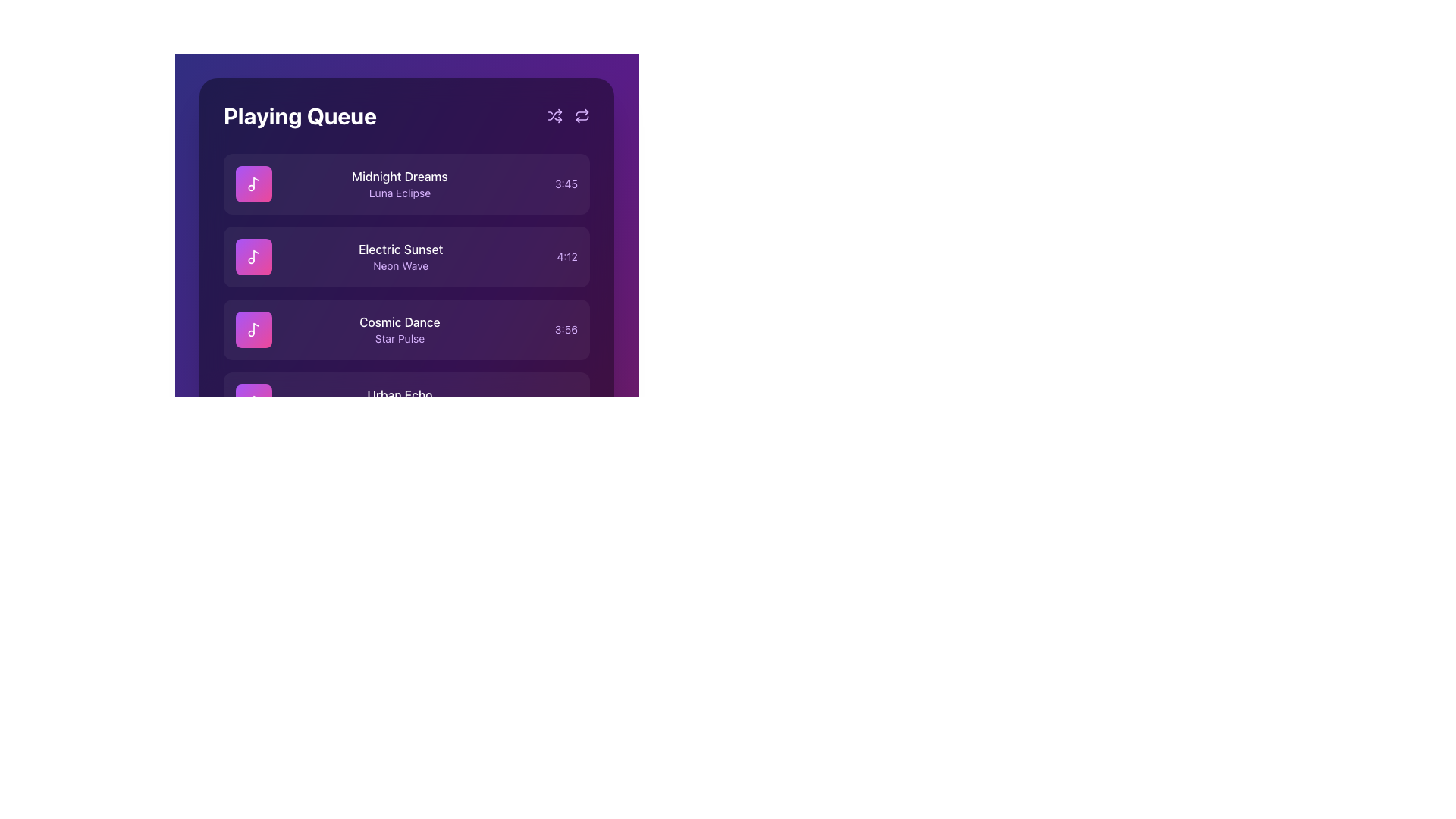 The width and height of the screenshot is (1456, 819). What do you see at coordinates (256, 255) in the screenshot?
I see `the music track associated with the icon representing the song 'Electric Sunset'` at bounding box center [256, 255].